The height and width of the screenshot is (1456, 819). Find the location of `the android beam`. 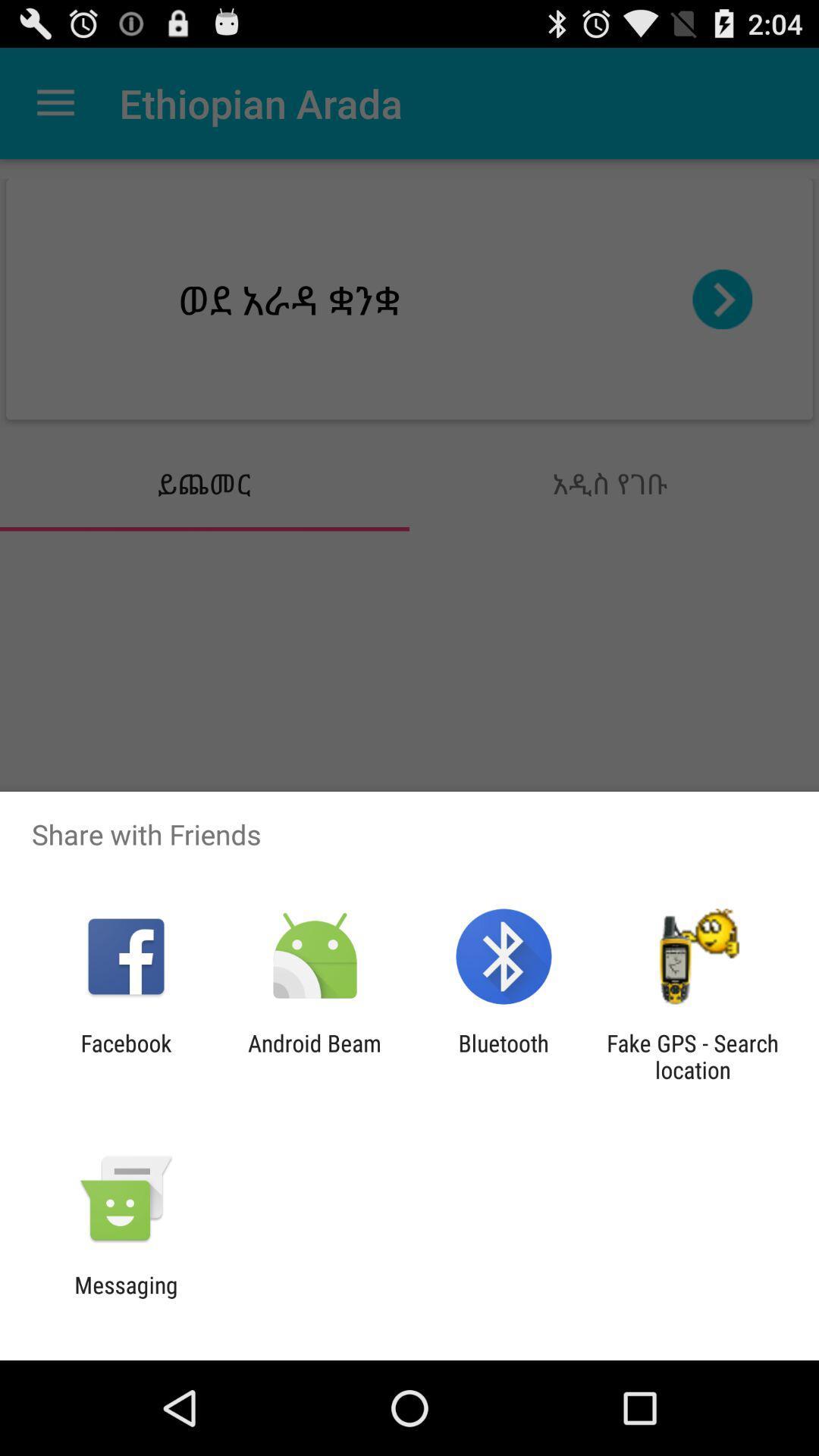

the android beam is located at coordinates (314, 1056).